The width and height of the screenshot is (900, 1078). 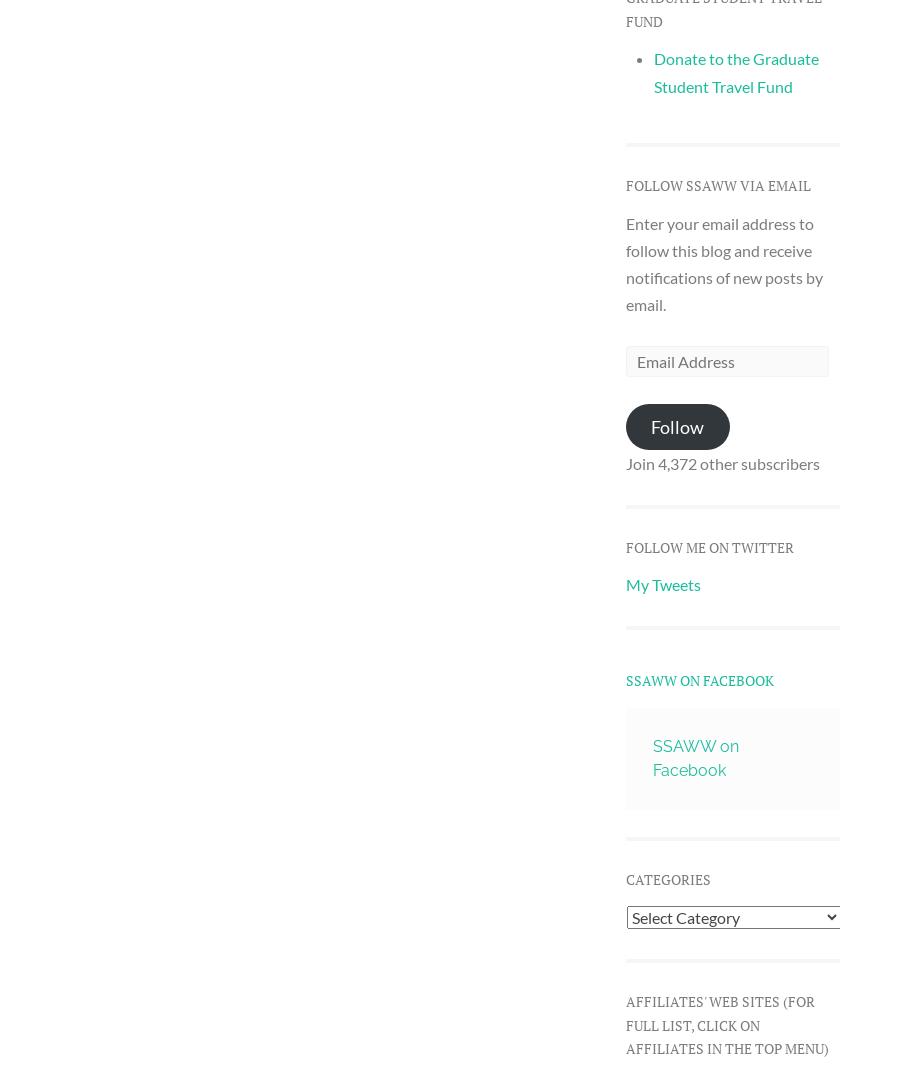 I want to click on 'Follow', so click(x=676, y=426).